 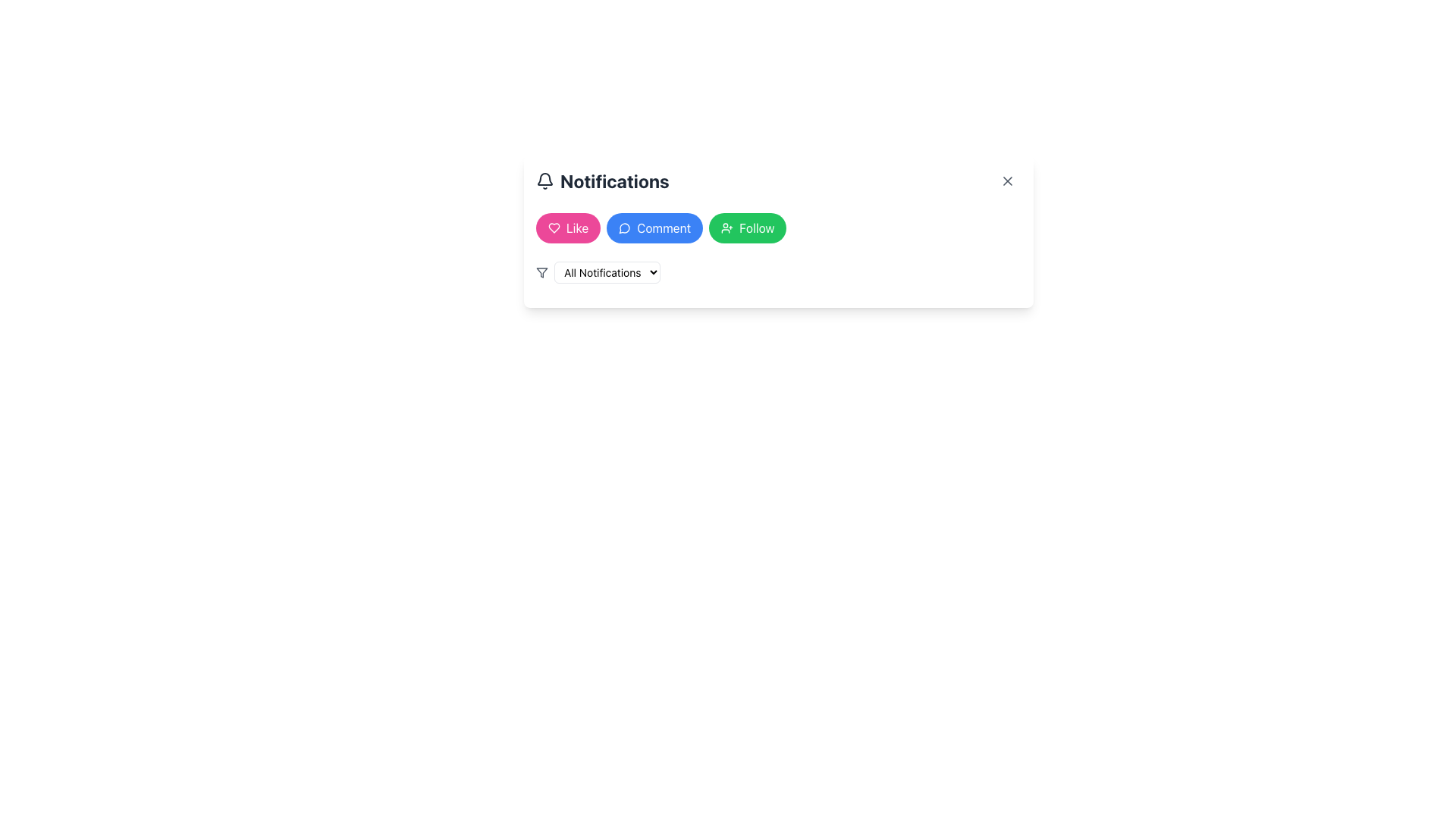 What do you see at coordinates (1008, 180) in the screenshot?
I see `the circular button with a light background and 'X' icon at its center, located at the top right corner of the 'Notifications' header section` at bounding box center [1008, 180].